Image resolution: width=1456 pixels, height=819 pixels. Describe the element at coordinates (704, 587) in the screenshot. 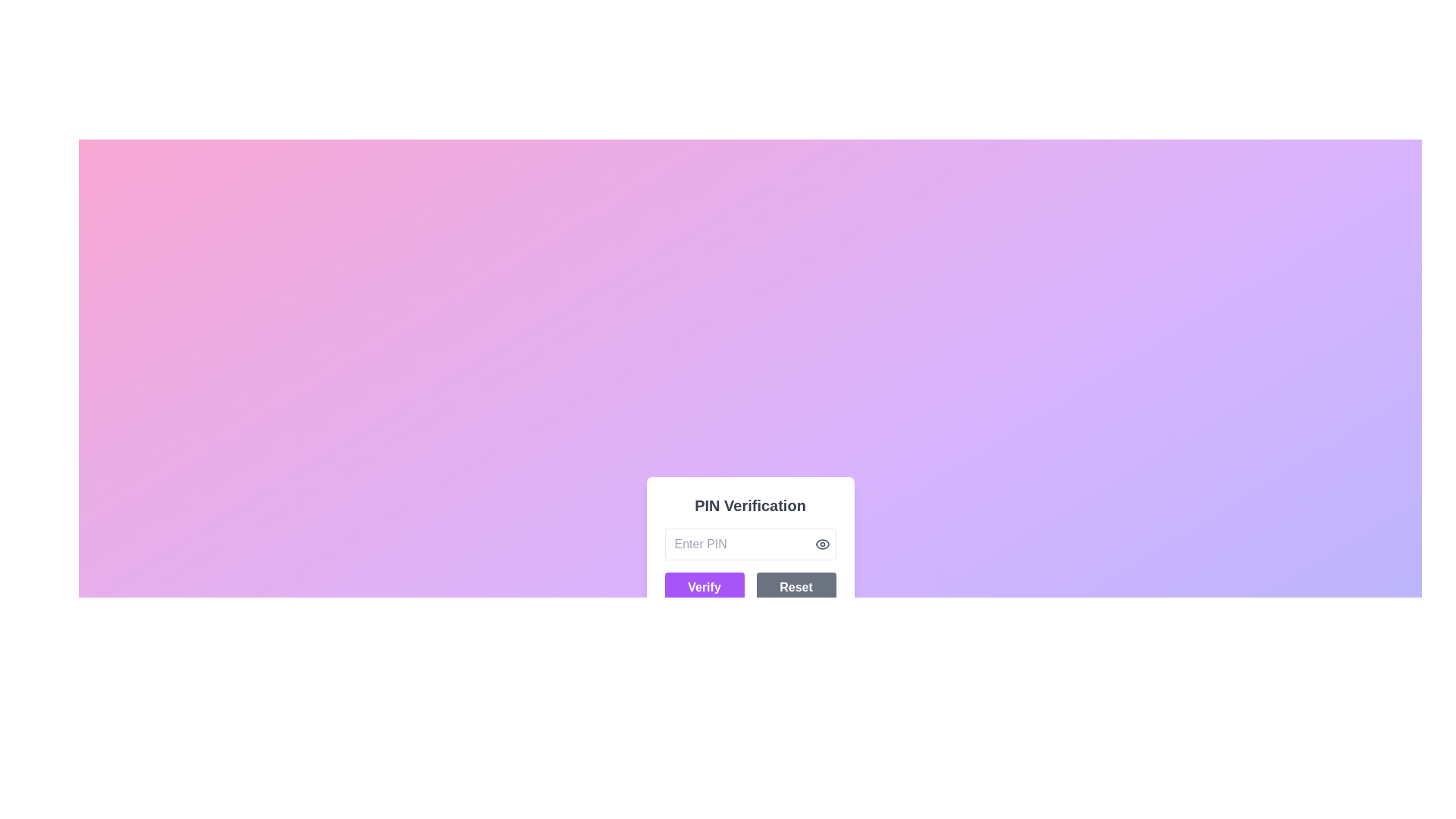

I see `the confirmation button for PIN verification, located on the left side of the grid layout adjacent to the Reset button` at that location.